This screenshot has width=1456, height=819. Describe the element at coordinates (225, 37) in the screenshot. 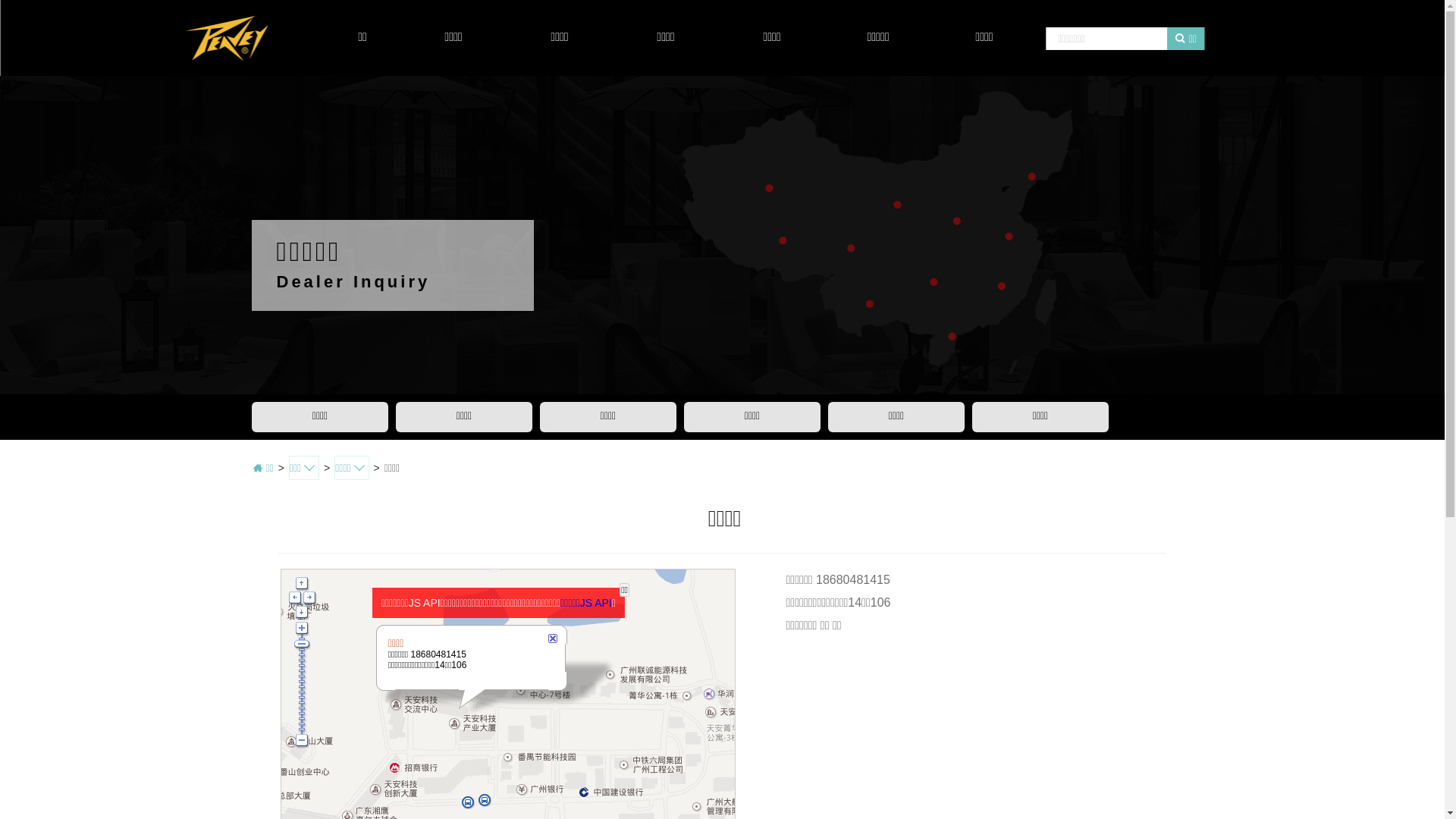

I see `'logo'` at that location.